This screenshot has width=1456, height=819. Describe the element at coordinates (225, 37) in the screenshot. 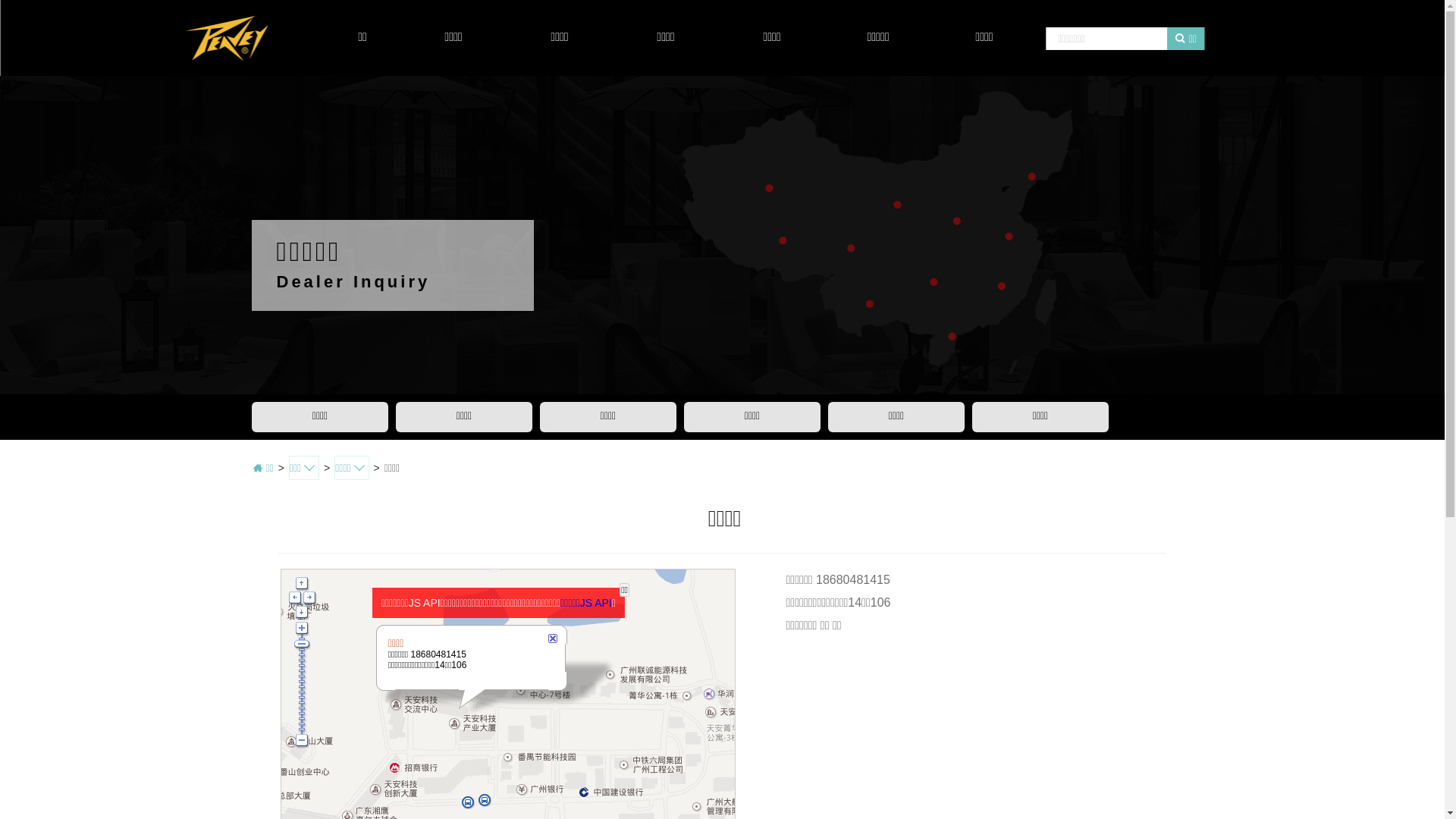

I see `'logo'` at that location.